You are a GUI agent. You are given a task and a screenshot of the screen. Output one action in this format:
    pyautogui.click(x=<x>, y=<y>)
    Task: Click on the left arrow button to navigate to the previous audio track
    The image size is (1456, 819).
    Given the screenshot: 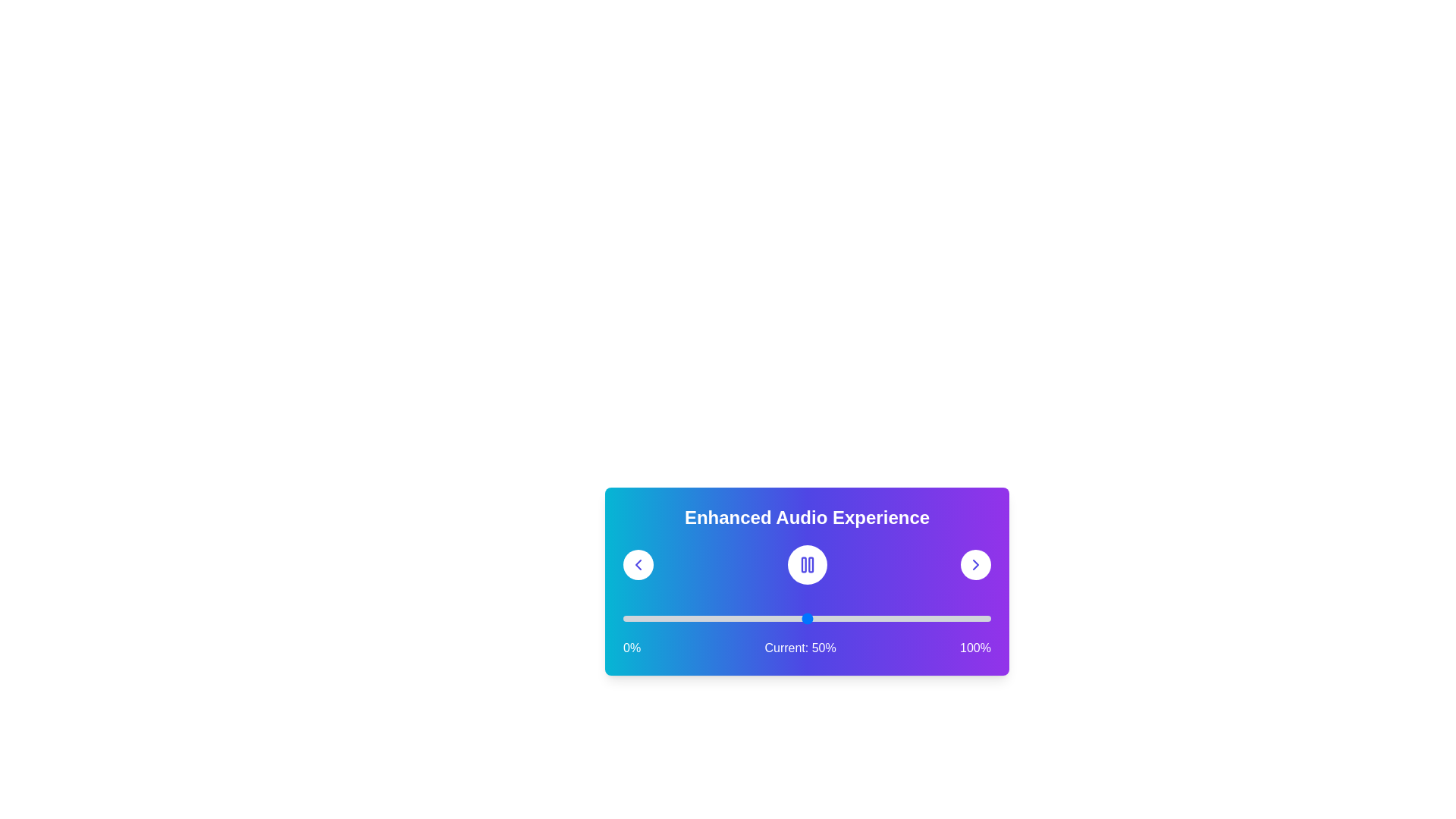 What is the action you would take?
    pyautogui.click(x=638, y=564)
    